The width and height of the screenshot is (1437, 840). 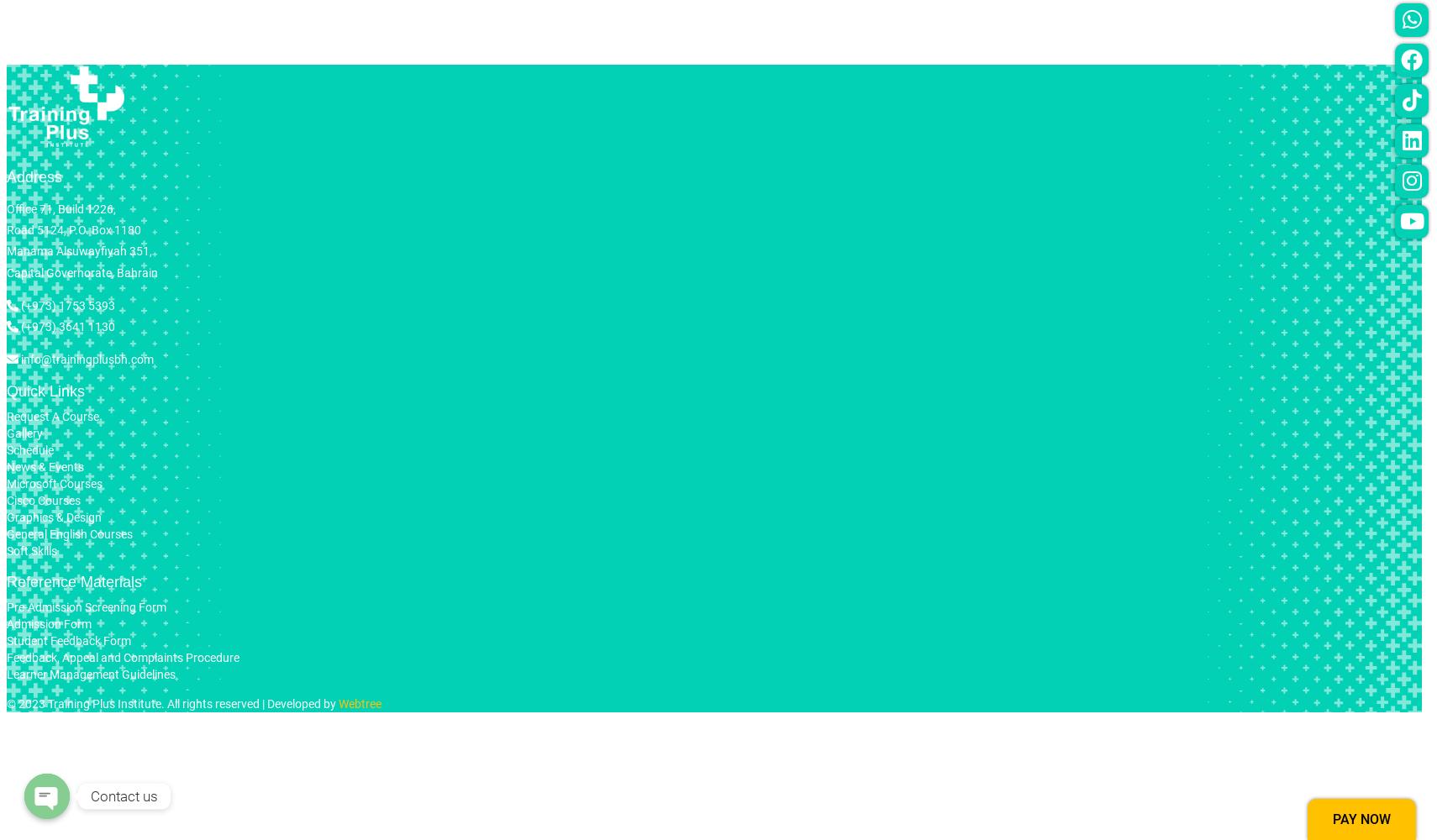 What do you see at coordinates (45, 391) in the screenshot?
I see `'Quick Links'` at bounding box center [45, 391].